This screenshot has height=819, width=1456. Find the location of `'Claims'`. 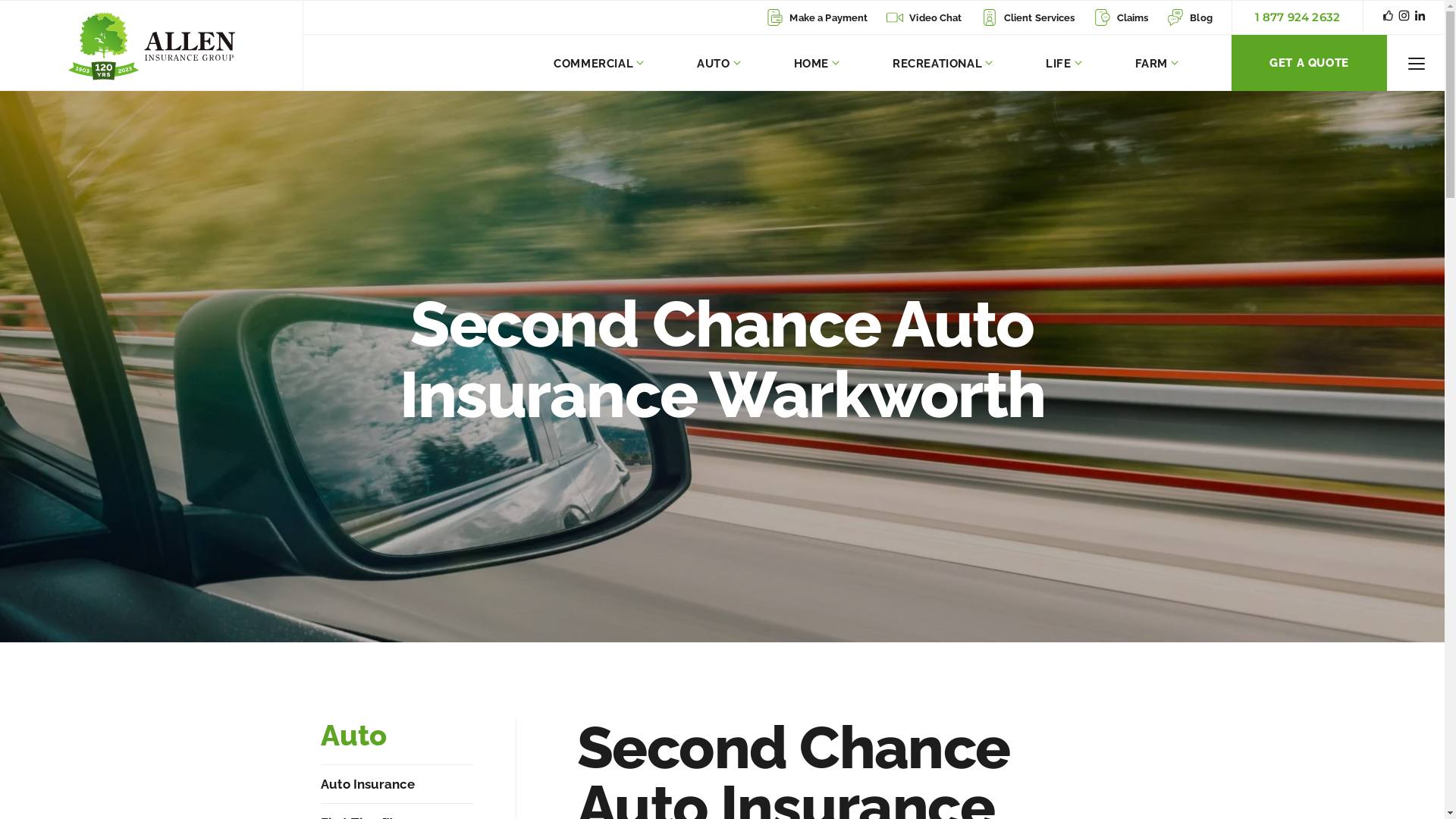

'Claims' is located at coordinates (1121, 17).